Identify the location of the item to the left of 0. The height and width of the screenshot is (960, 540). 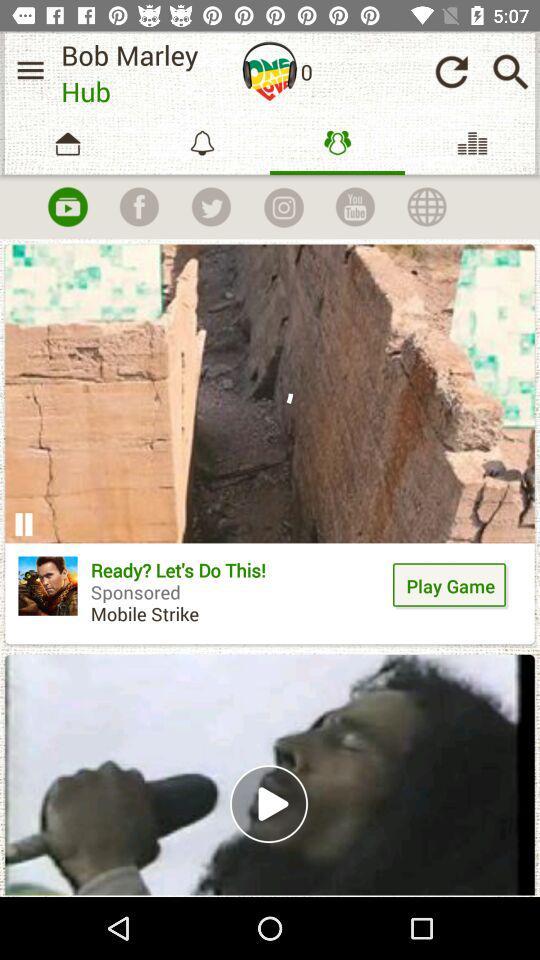
(270, 71).